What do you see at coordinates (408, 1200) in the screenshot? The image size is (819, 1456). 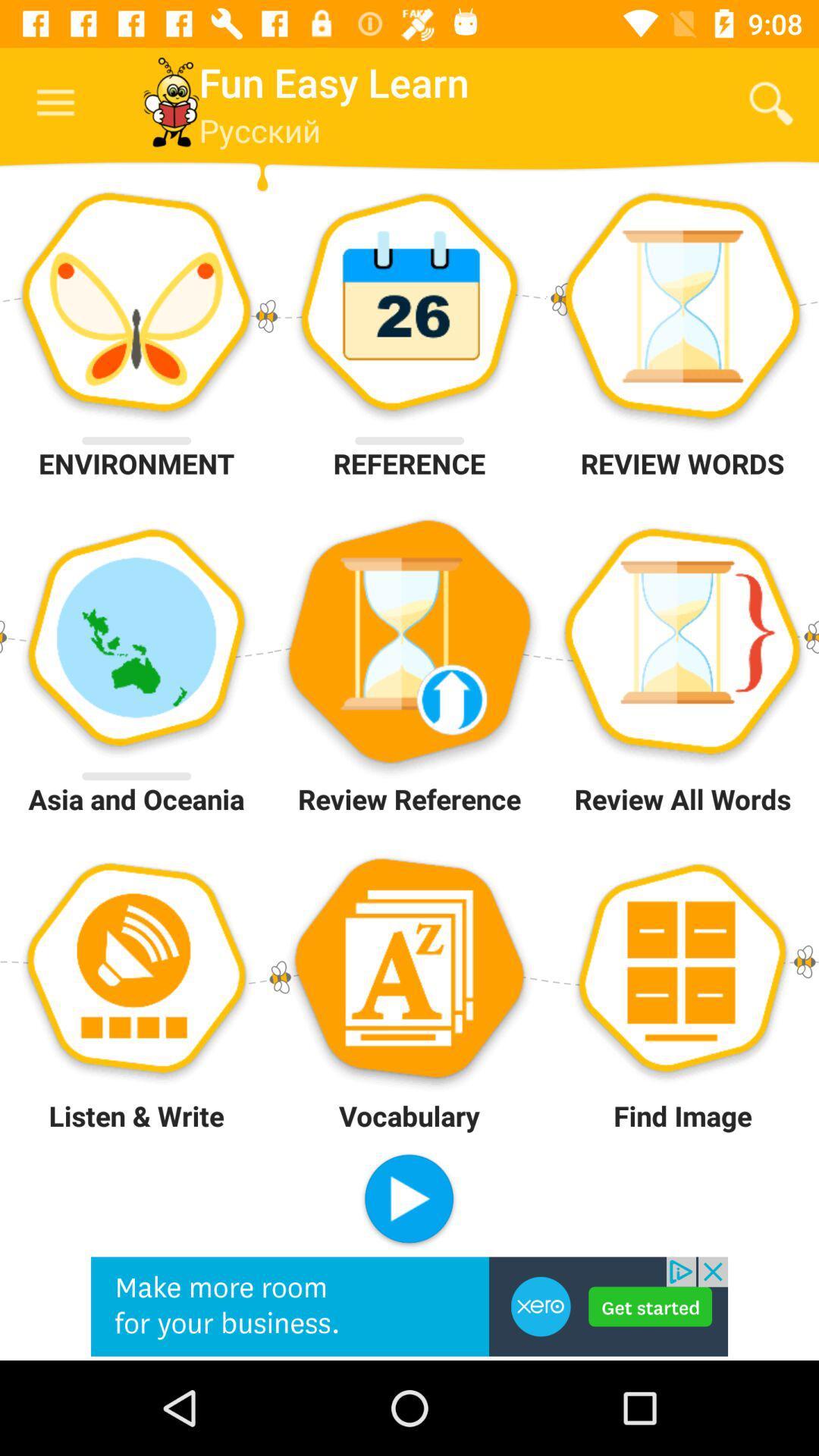 I see `the play icon` at bounding box center [408, 1200].